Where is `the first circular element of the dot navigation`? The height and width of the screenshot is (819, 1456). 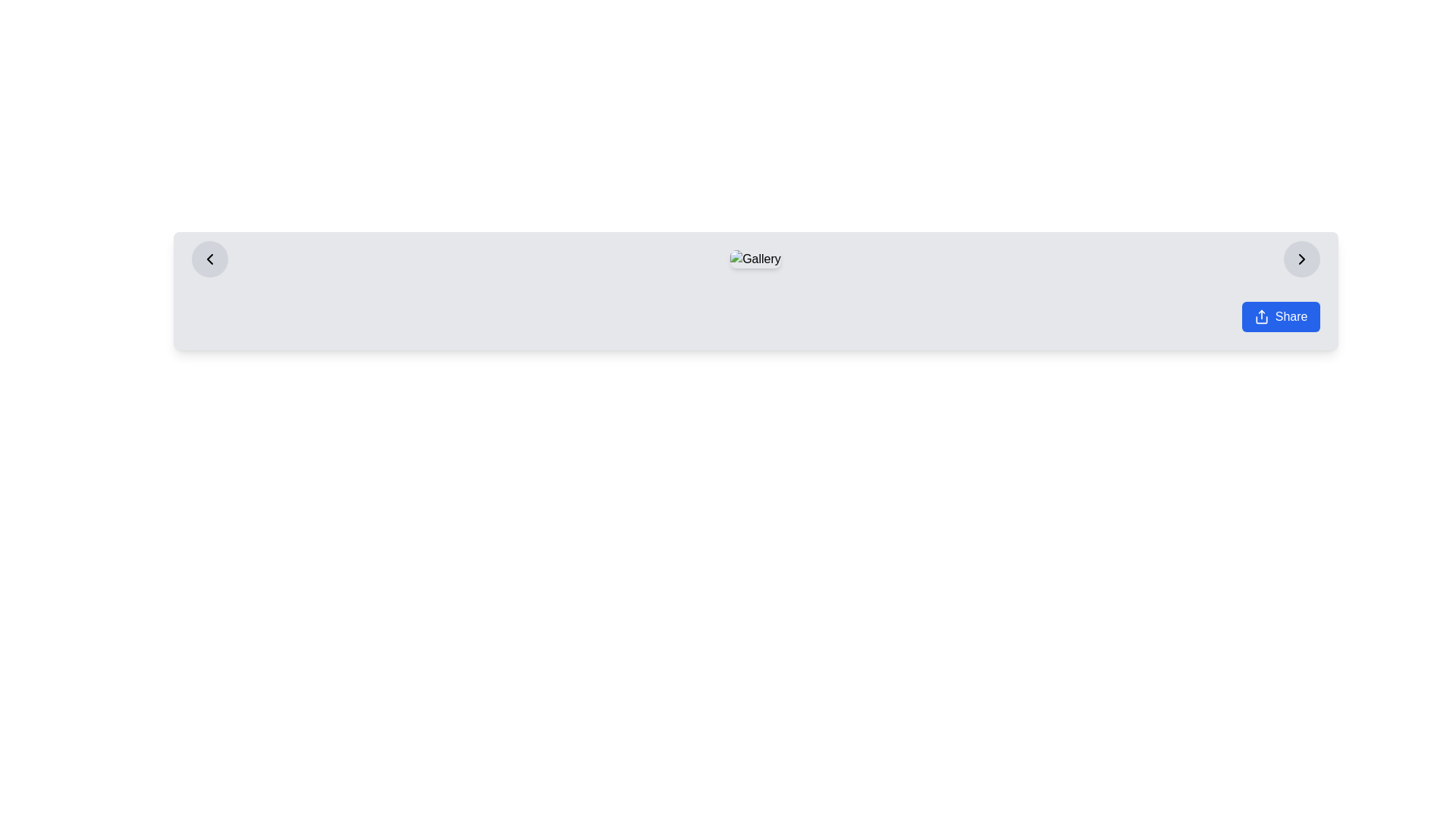
the first circular element of the dot navigation is located at coordinates (740, 284).